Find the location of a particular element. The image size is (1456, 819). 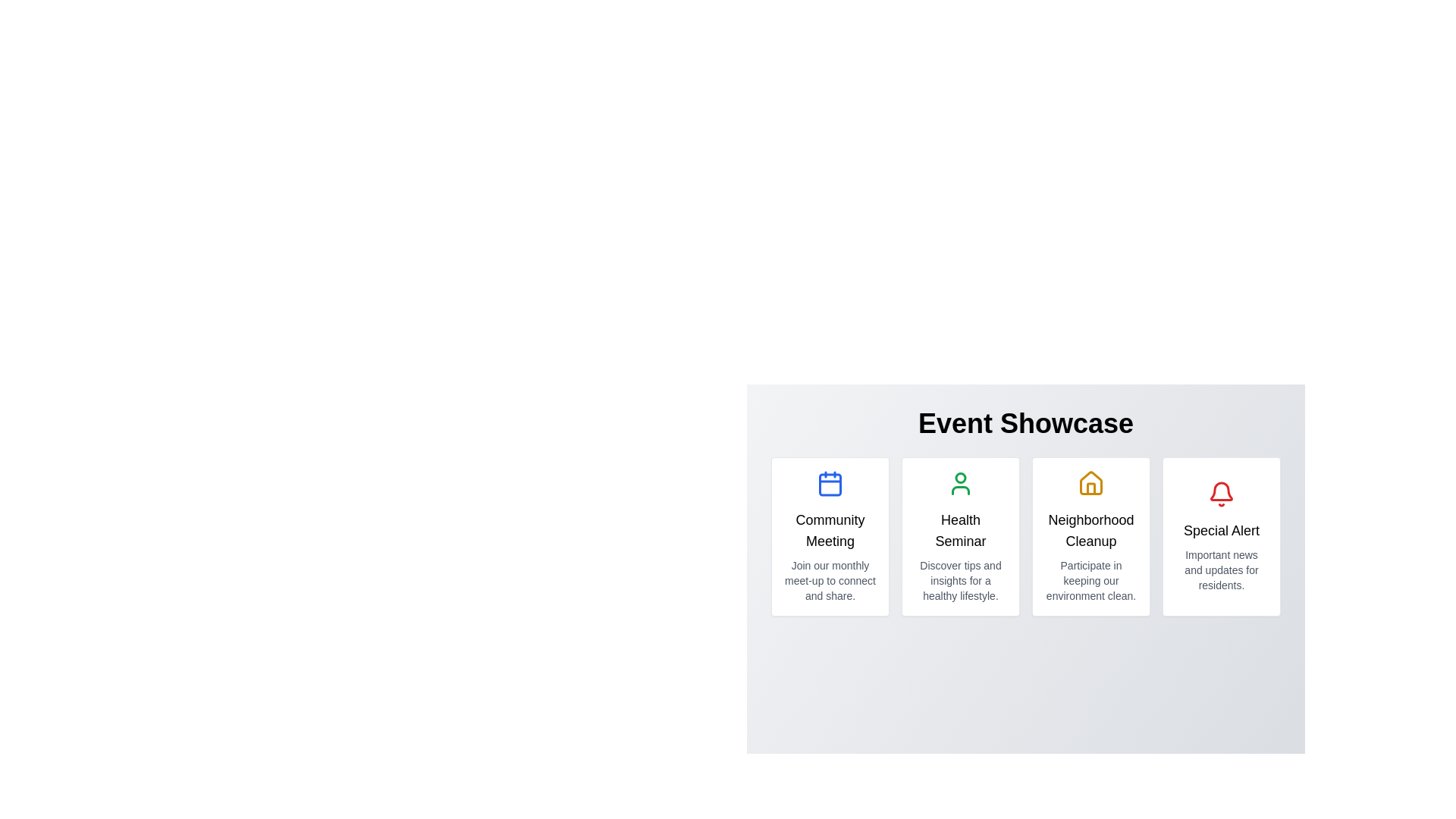

the text element reading 'Join our monthly meet-up to connect and share.' which is located directly below the heading 'Community Meeting' in the leftmost card of the 'Event Showcase' section is located at coordinates (829, 580).